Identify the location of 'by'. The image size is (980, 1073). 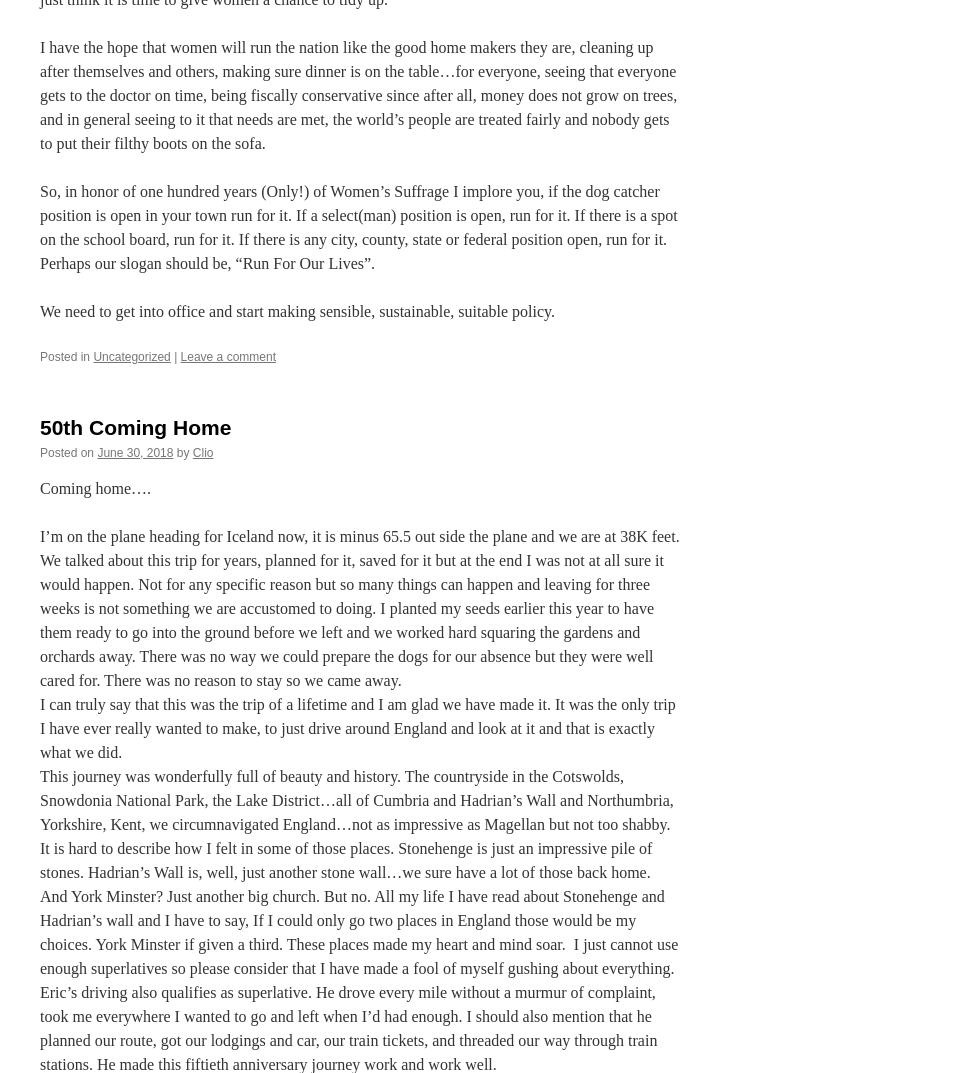
(182, 451).